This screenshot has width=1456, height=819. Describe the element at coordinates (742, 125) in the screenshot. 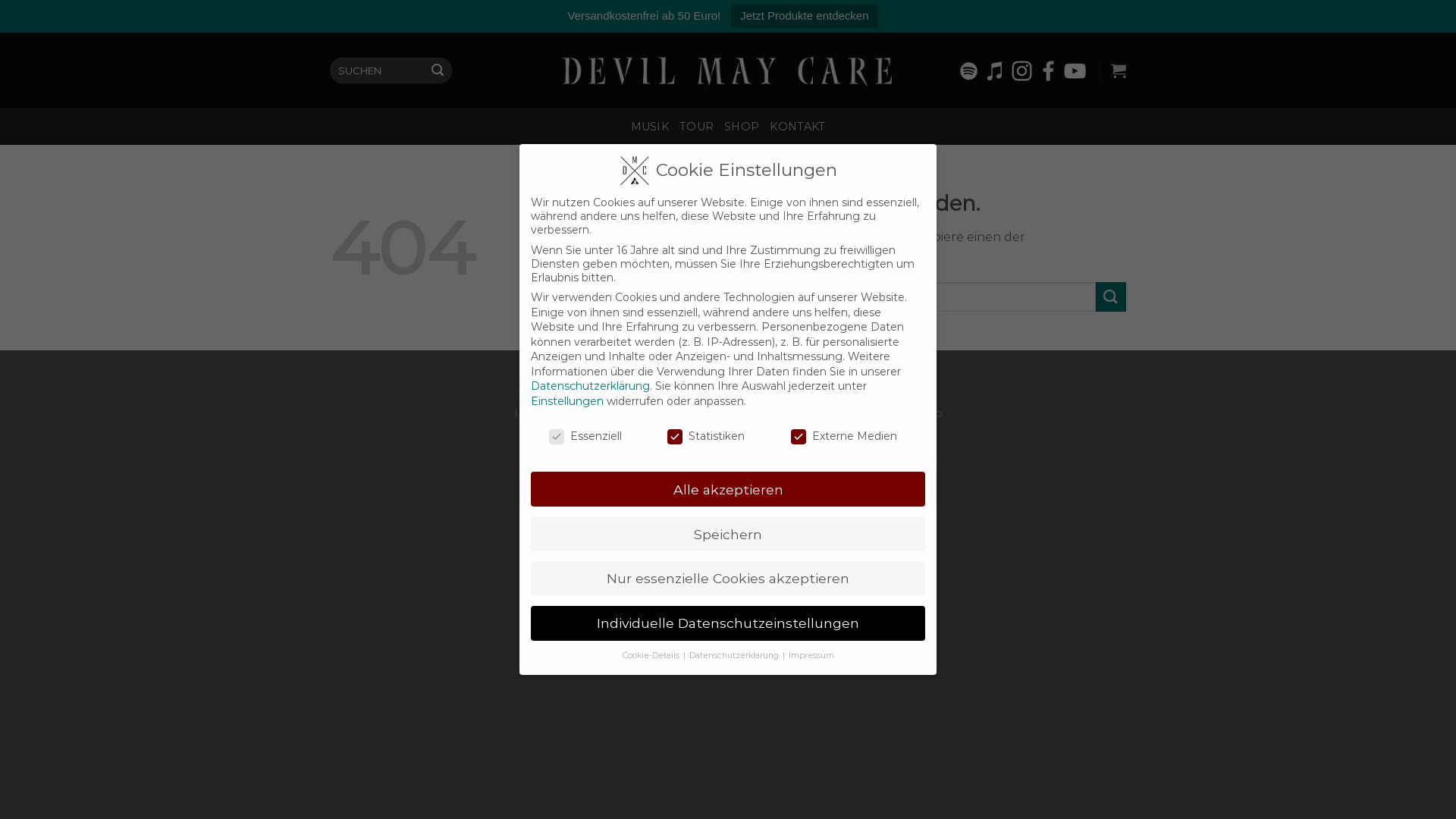

I see `'SHOP'` at that location.